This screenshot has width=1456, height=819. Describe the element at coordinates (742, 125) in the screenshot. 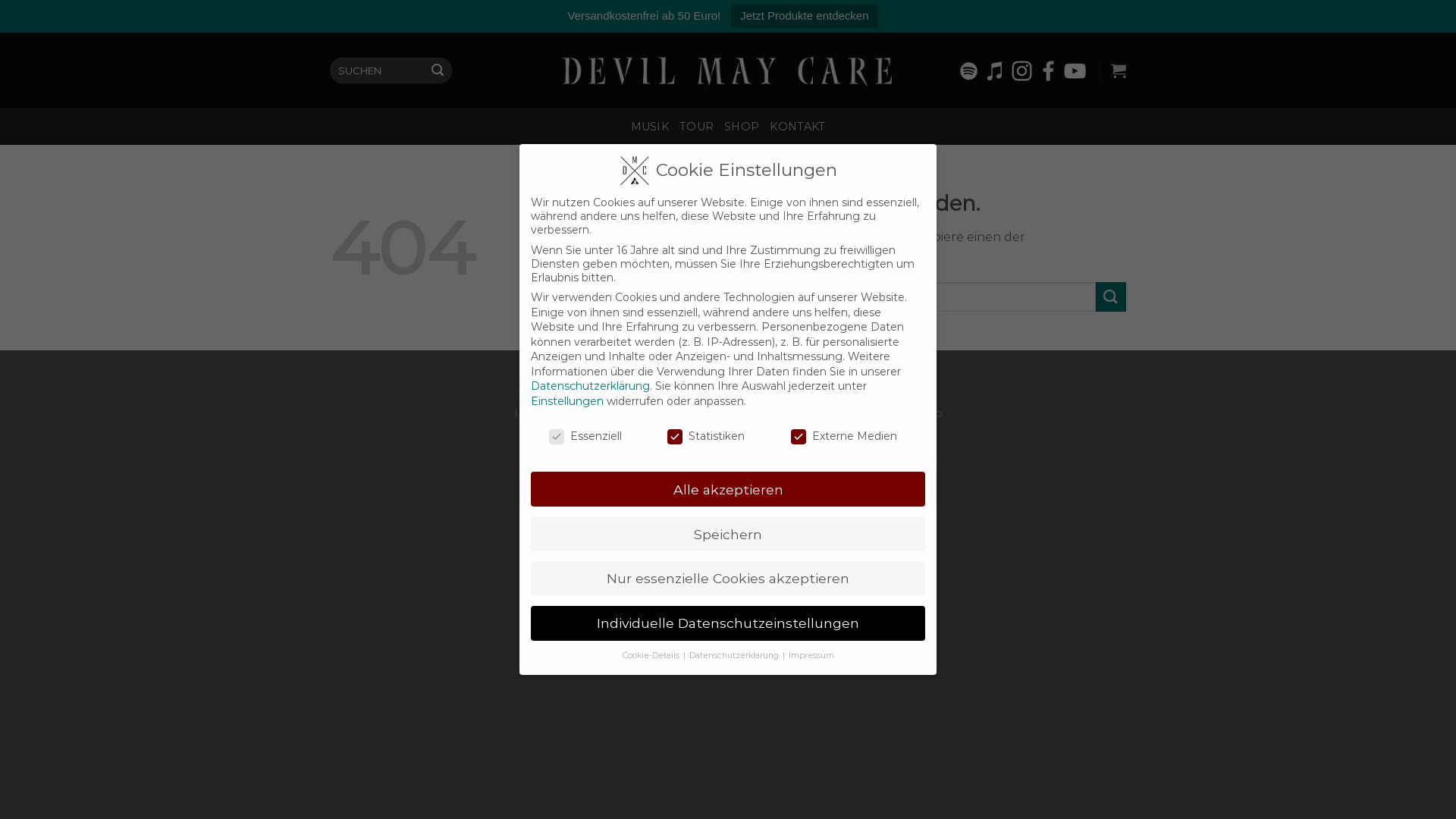

I see `'SHOP'` at that location.